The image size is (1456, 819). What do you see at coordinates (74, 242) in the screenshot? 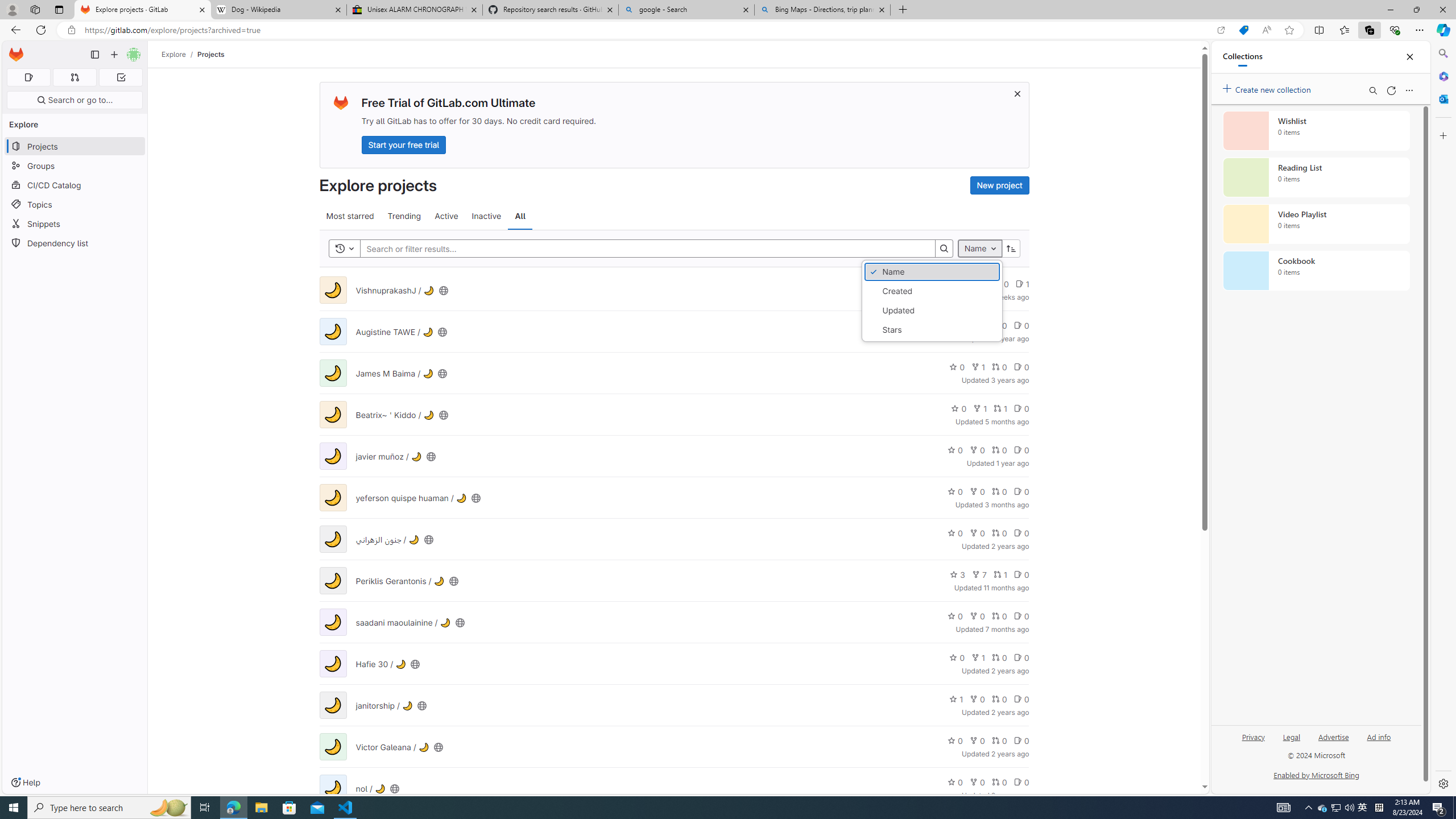
I see `'Dependency list'` at bounding box center [74, 242].